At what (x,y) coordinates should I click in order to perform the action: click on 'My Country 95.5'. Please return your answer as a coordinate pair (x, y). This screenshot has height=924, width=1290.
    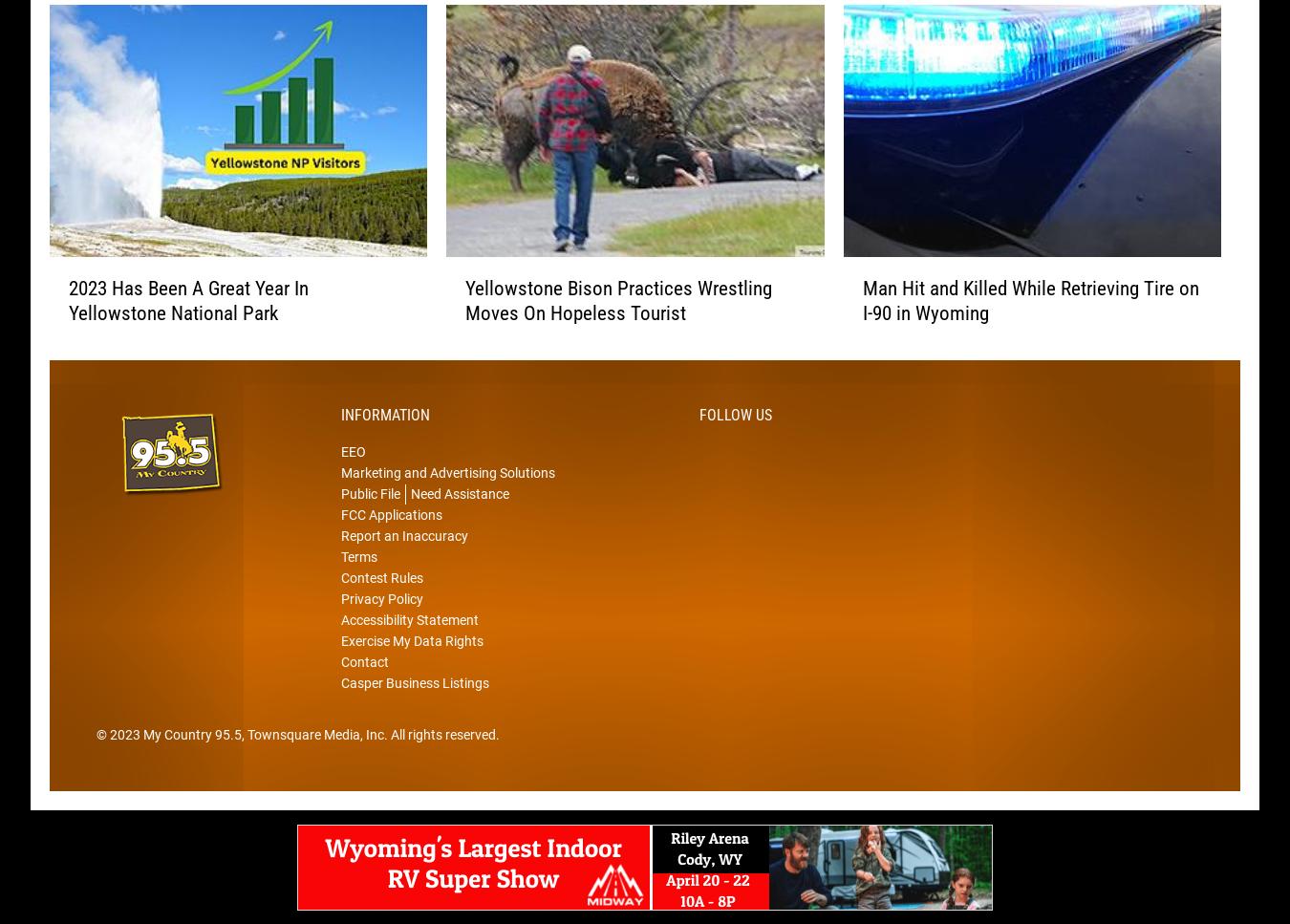
    Looking at the image, I should click on (192, 763).